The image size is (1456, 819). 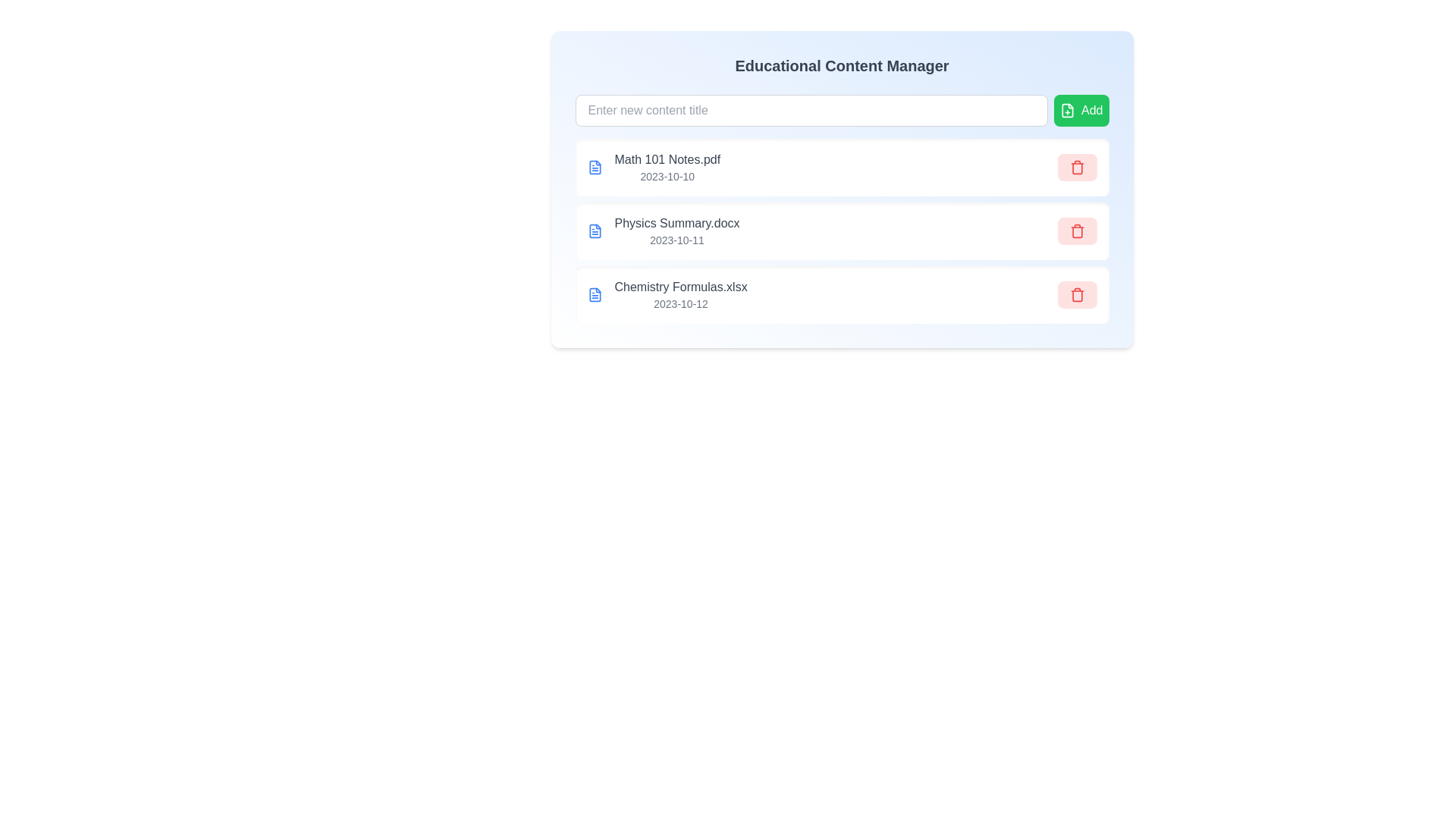 I want to click on the icon representing the 'Add' functionality located in the top-right corner of the panel, so click(x=1066, y=110).